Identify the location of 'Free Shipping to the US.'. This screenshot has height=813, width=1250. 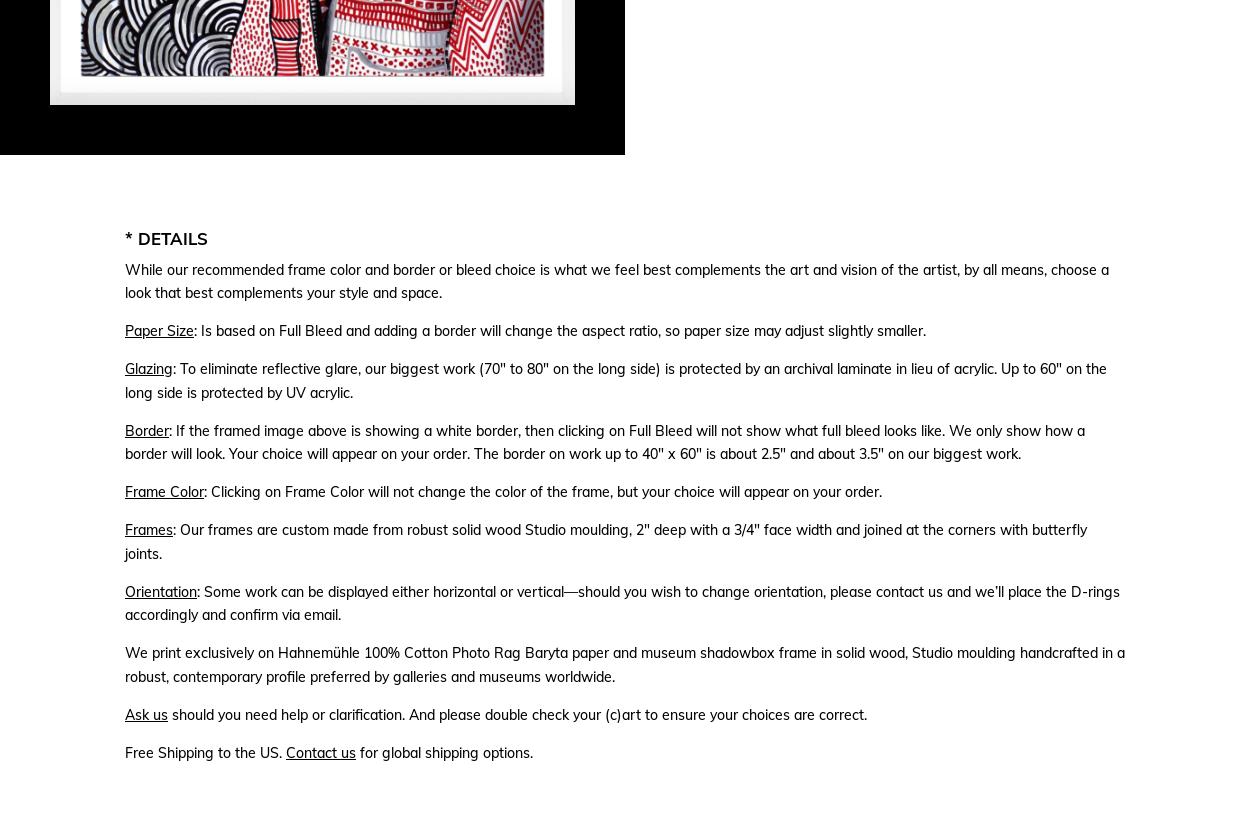
(204, 752).